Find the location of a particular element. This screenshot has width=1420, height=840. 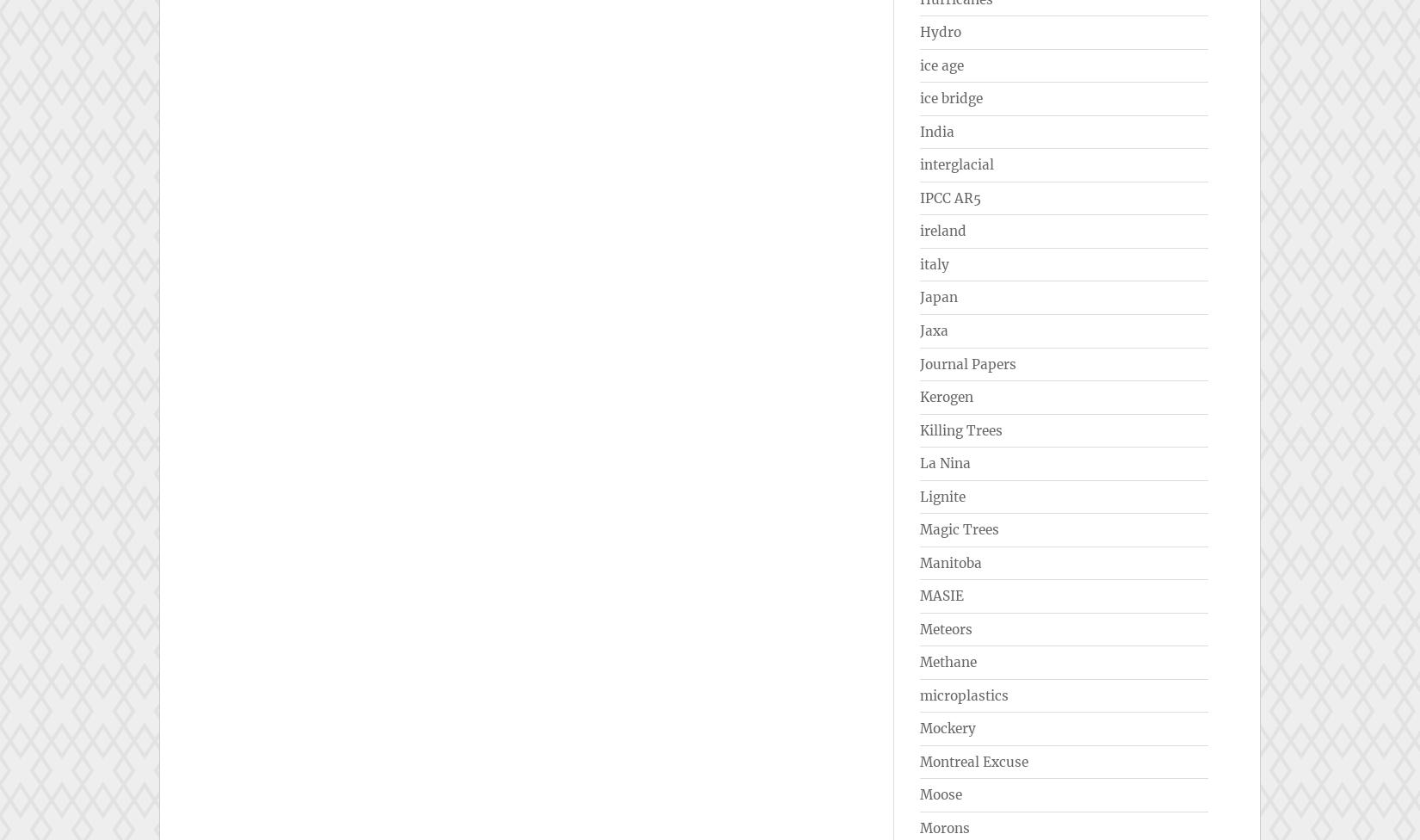

'Journal Papers' is located at coordinates (920, 362).